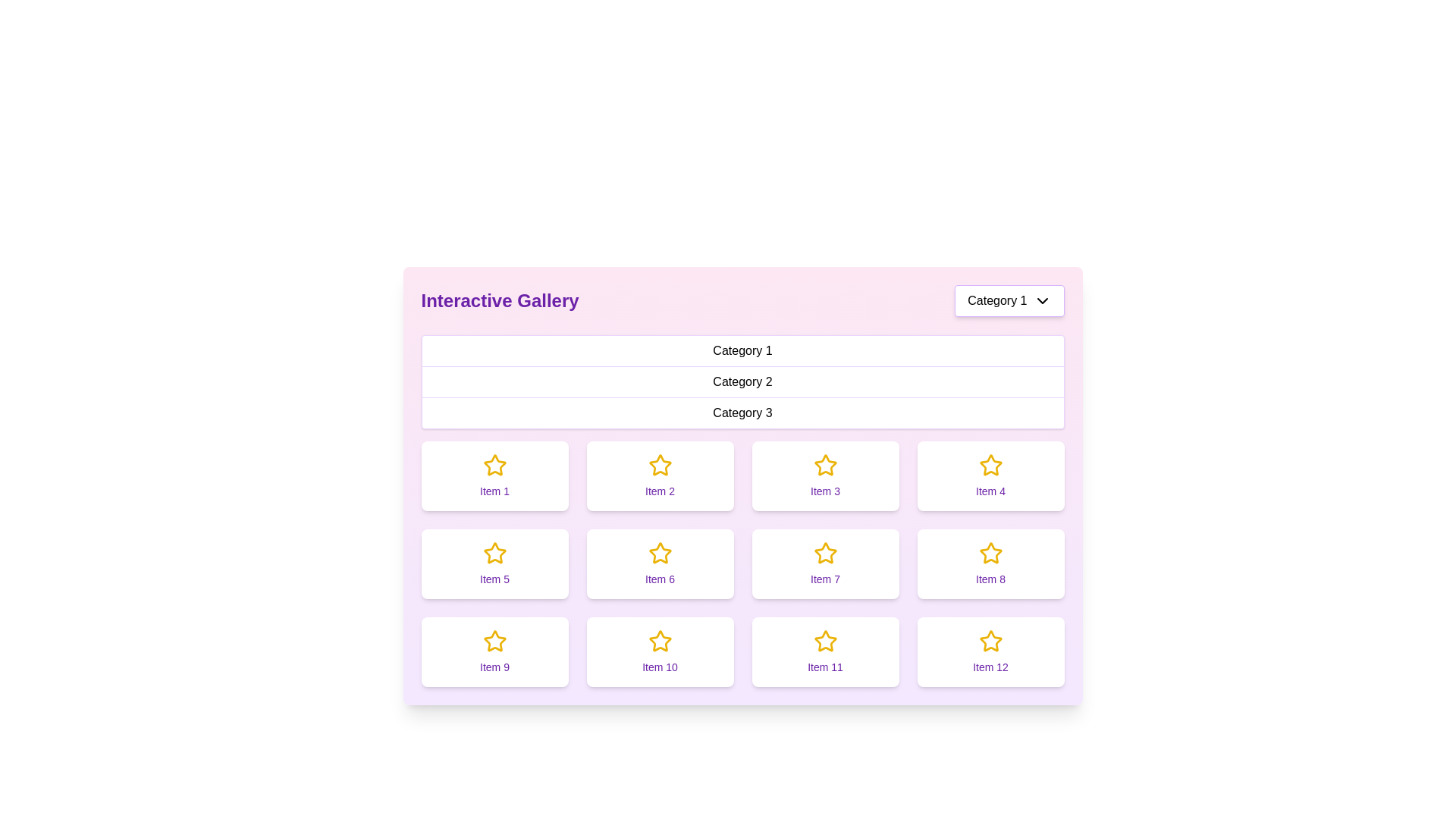  Describe the element at coordinates (990, 579) in the screenshot. I see `the static text label that identifies the card labeled 'Item 8', located in the second row and fourth column of the gallery interface, below the star icon` at that location.